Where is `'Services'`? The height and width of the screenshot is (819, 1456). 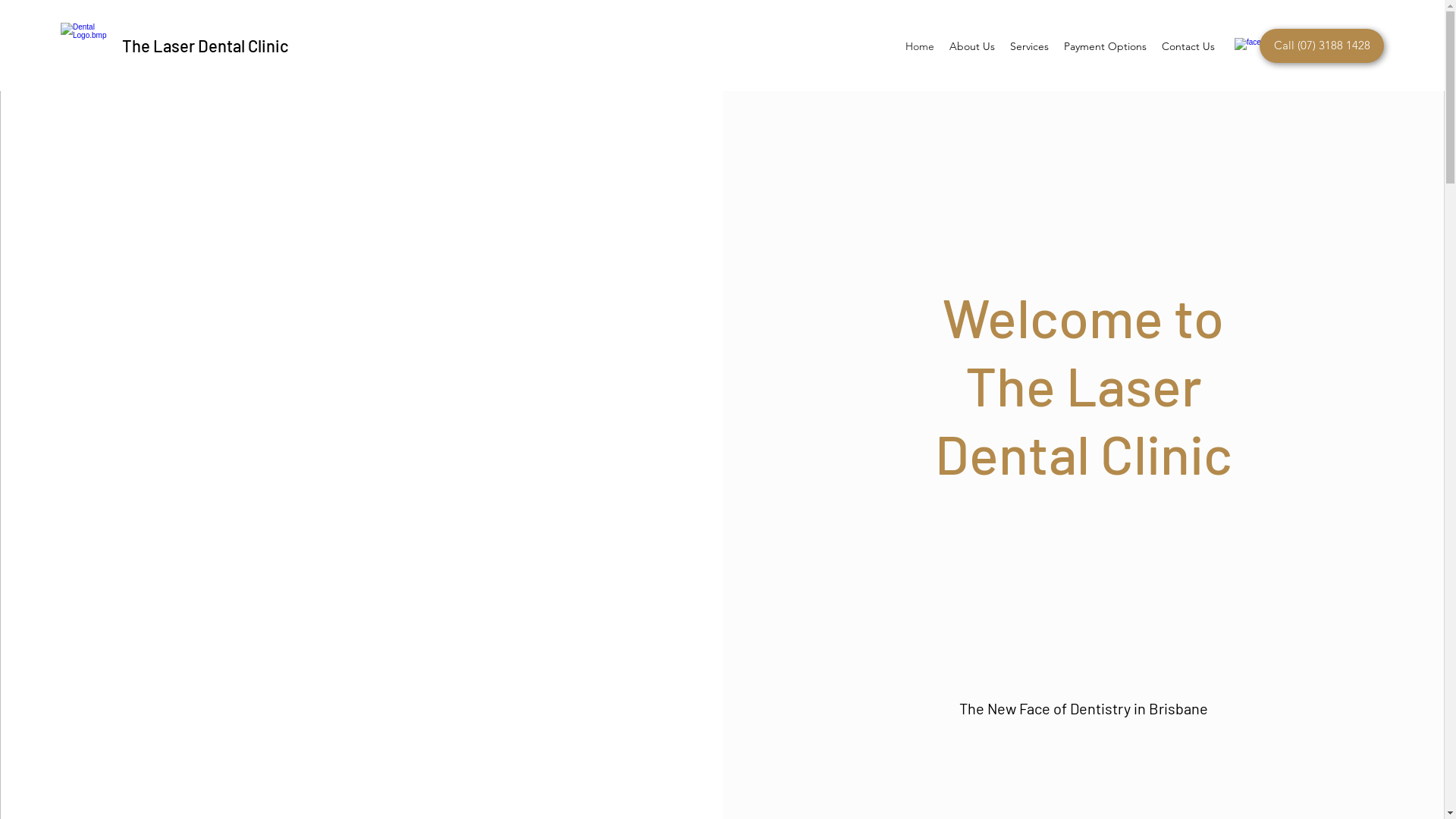 'Services' is located at coordinates (1029, 45).